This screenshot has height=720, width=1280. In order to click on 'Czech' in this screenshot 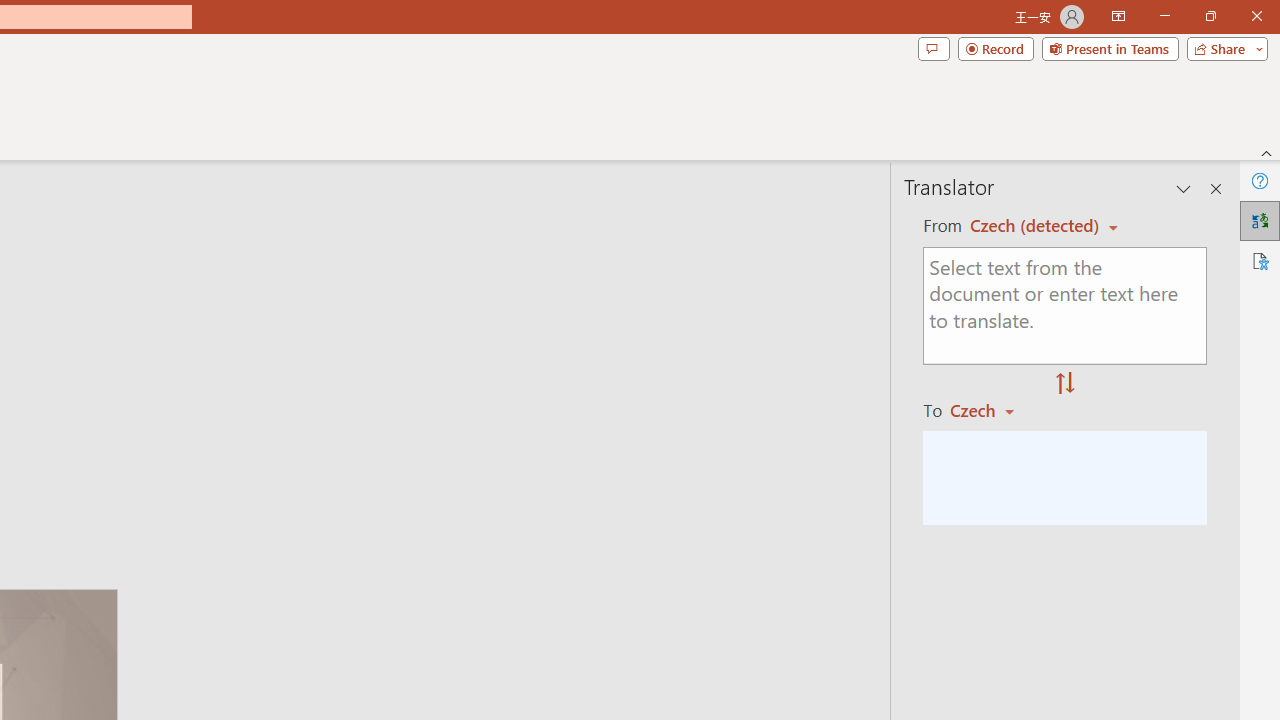, I will do `click(991, 409)`.